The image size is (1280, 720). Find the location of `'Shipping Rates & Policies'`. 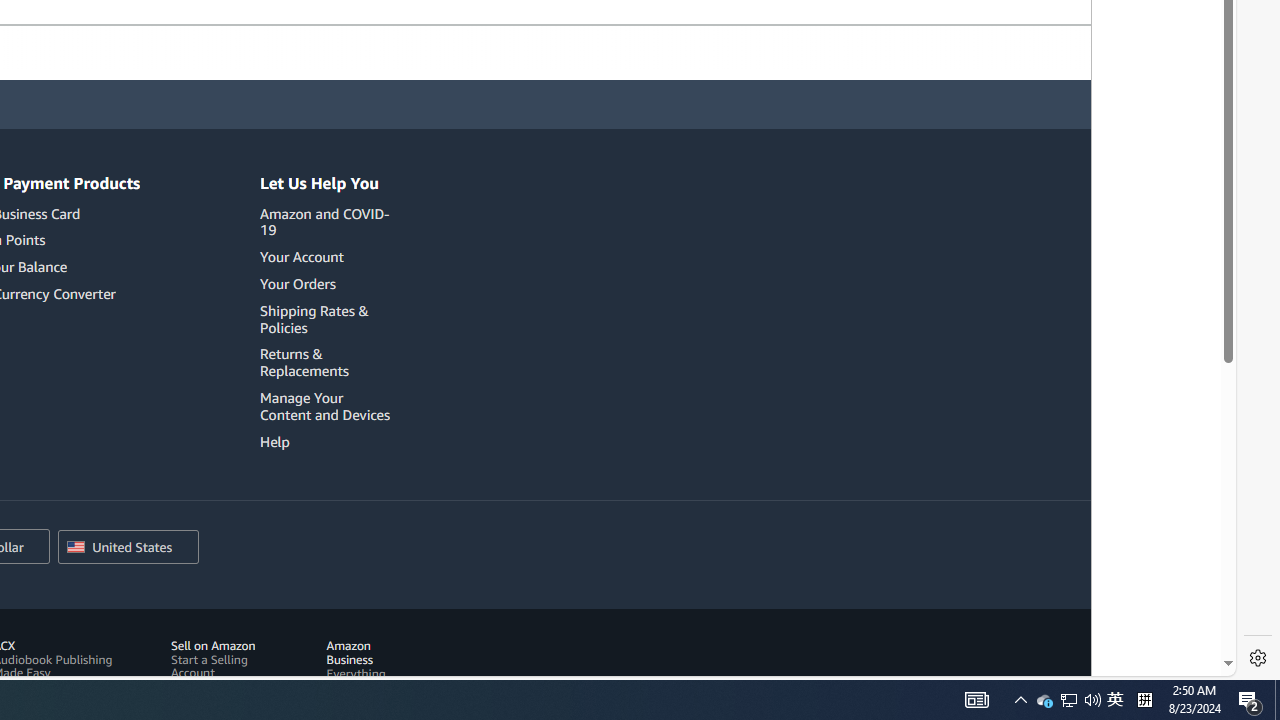

'Shipping Rates & Policies' is located at coordinates (328, 318).